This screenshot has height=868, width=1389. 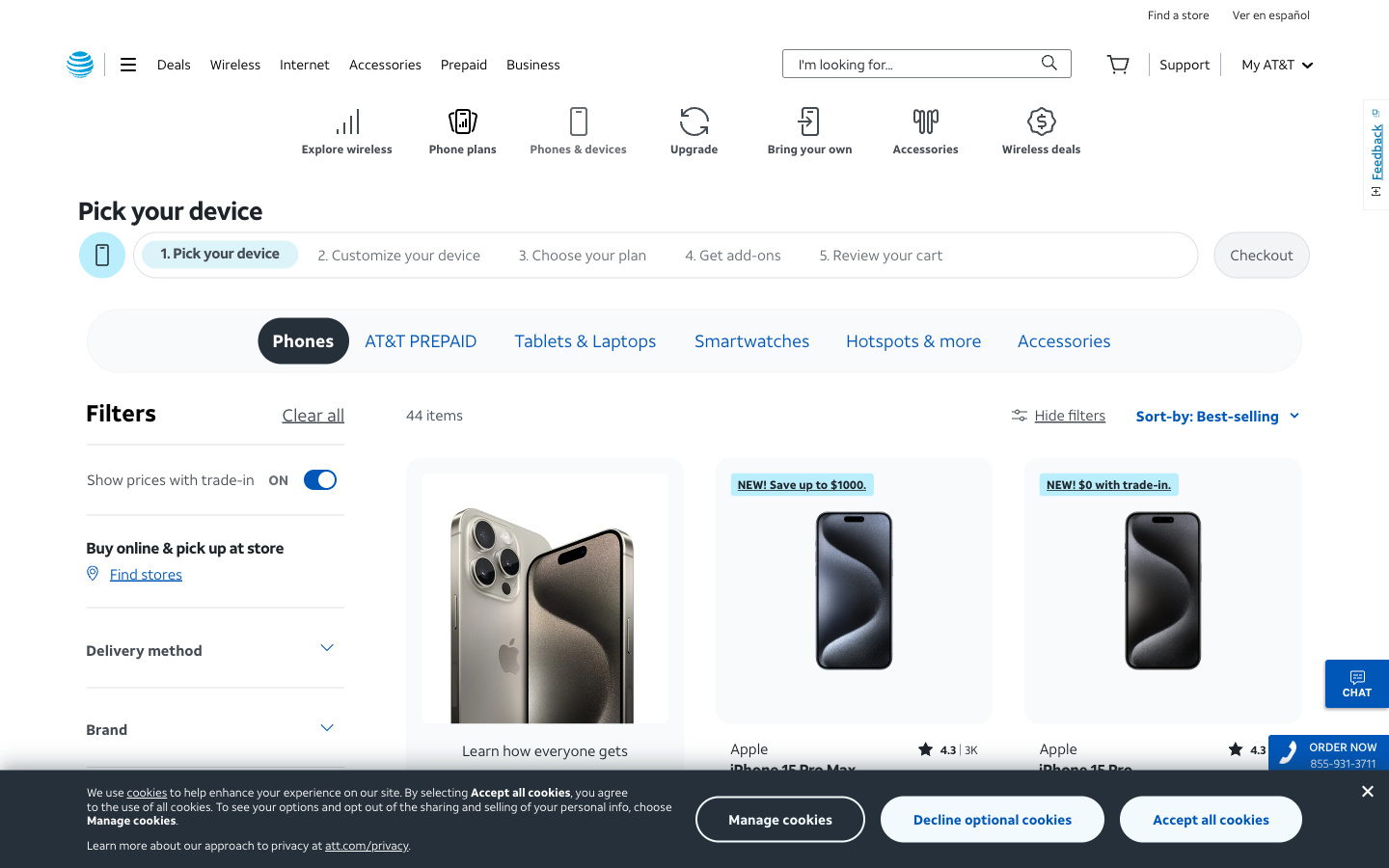 I want to click on Redirect to find a store nearby, so click(x=1177, y=14).